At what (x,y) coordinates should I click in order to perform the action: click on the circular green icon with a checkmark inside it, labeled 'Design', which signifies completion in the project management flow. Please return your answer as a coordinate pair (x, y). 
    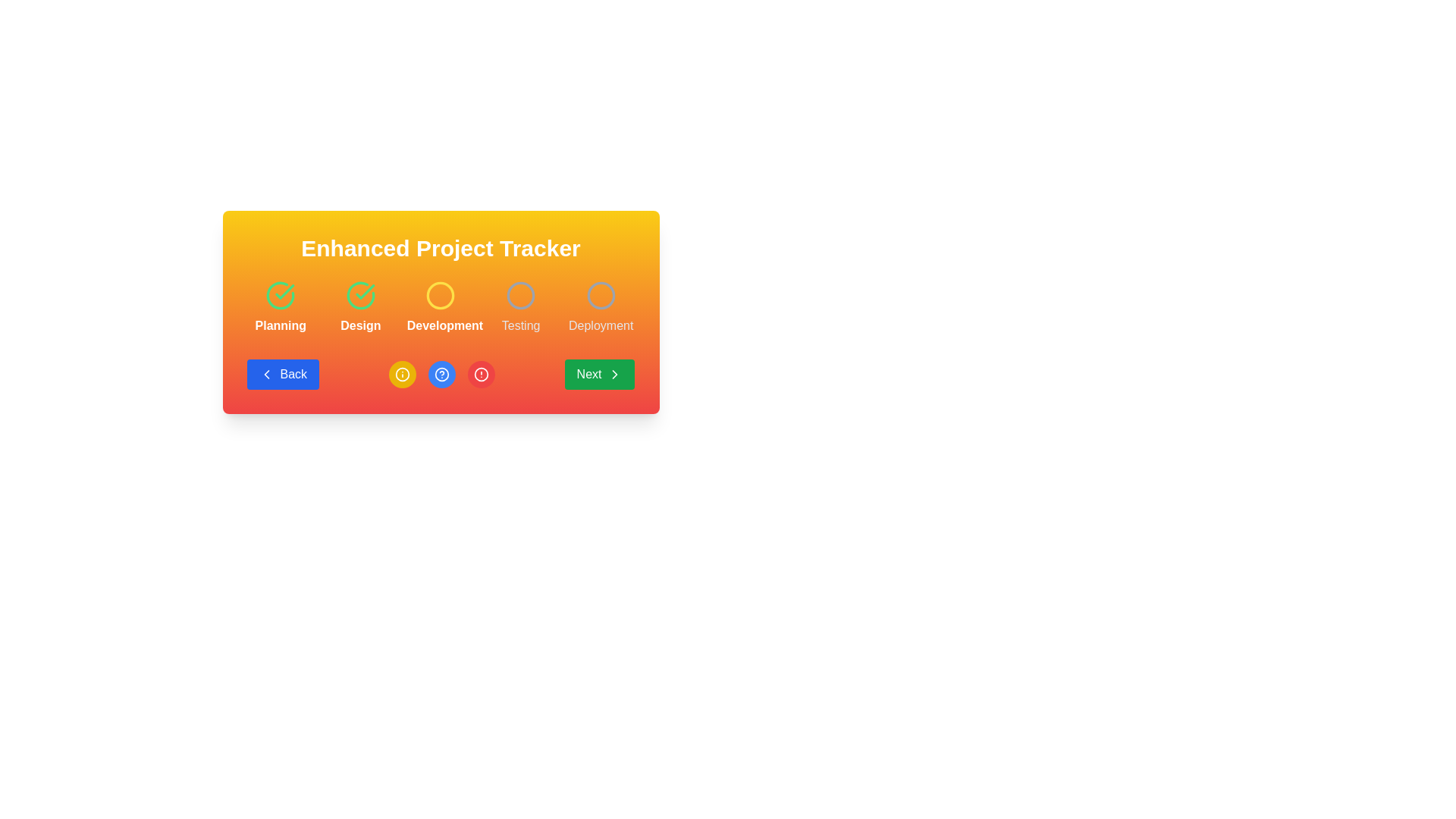
    Looking at the image, I should click on (359, 295).